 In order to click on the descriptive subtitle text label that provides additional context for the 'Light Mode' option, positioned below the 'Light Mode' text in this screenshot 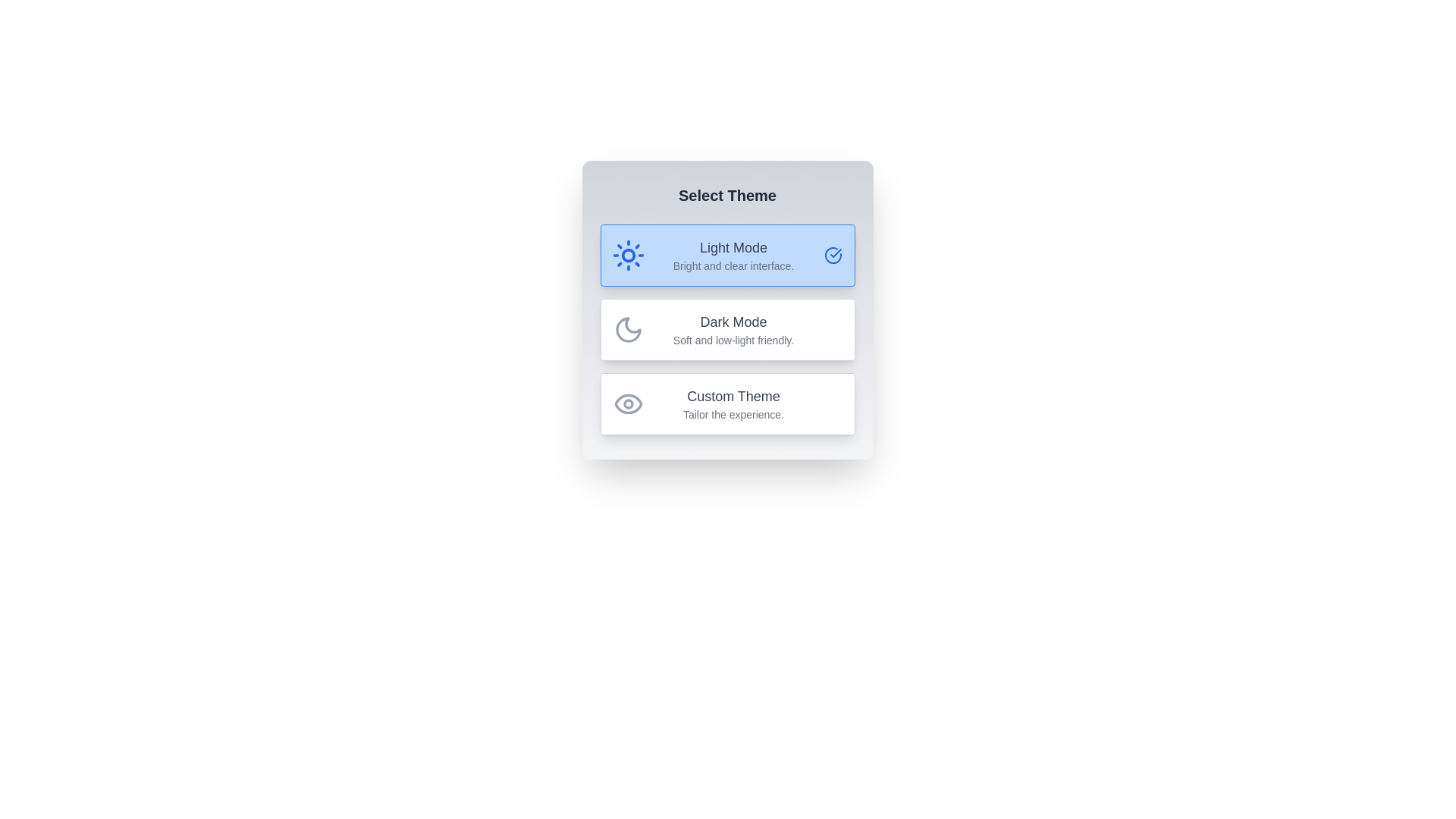, I will do `click(733, 265)`.